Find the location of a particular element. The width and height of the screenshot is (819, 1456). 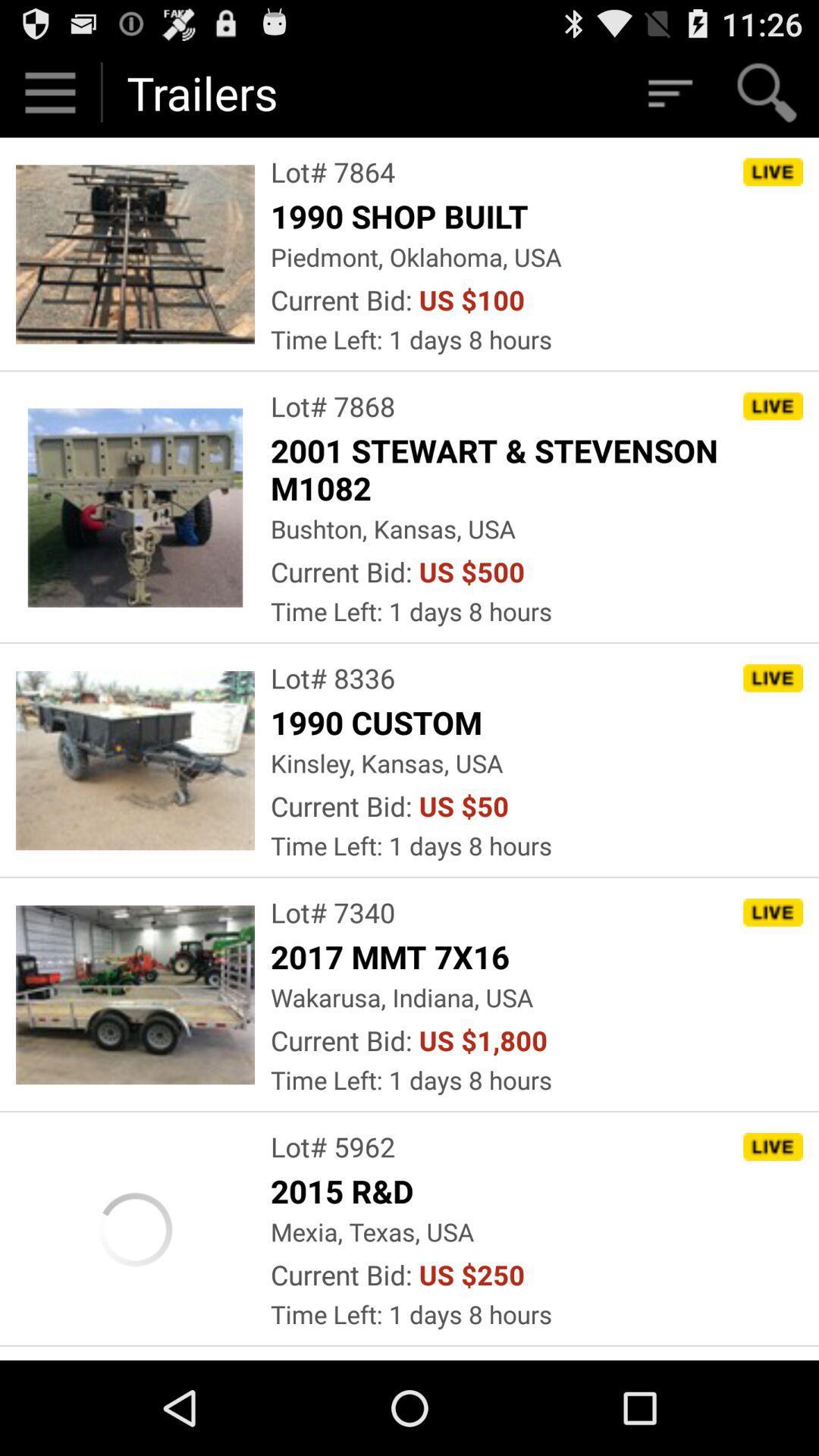

the filter_list icon is located at coordinates (668, 98).